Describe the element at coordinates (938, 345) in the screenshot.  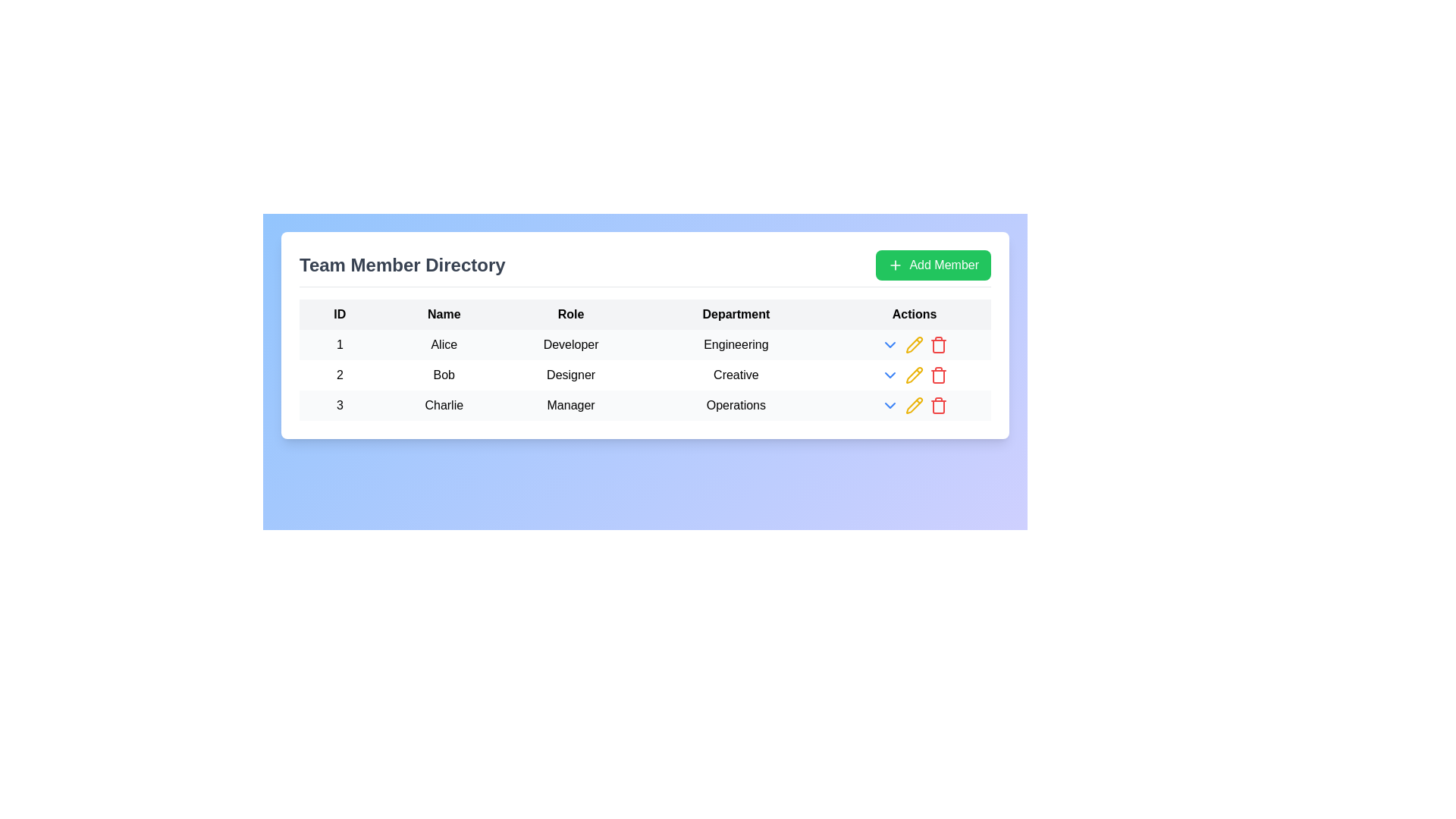
I see `the delete button icon associated with user 'Alice' in the 'Actions' column` at that location.